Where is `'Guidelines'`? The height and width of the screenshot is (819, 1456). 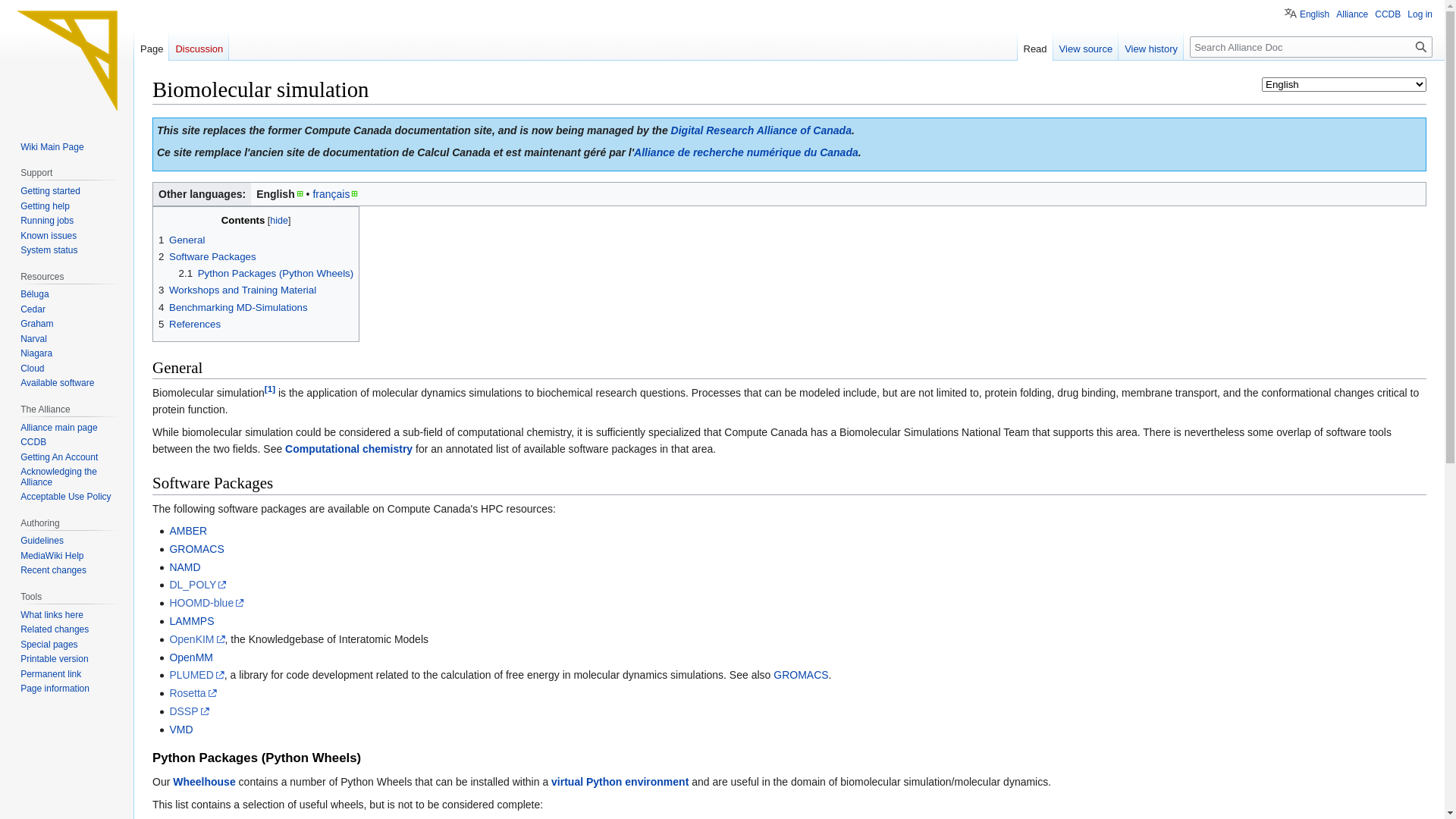 'Guidelines' is located at coordinates (42, 540).